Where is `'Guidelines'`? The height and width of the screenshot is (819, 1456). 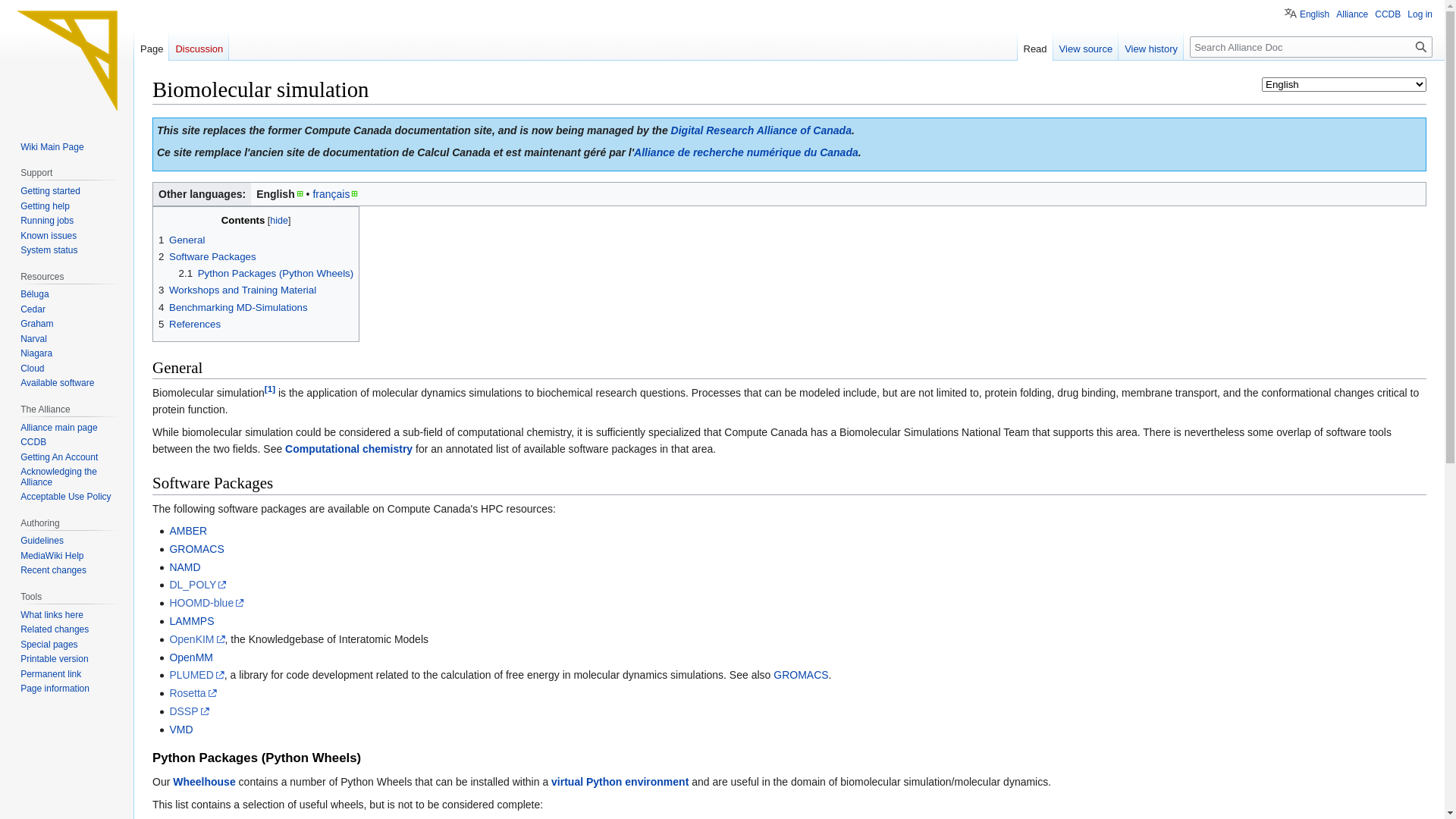 'Guidelines' is located at coordinates (42, 540).